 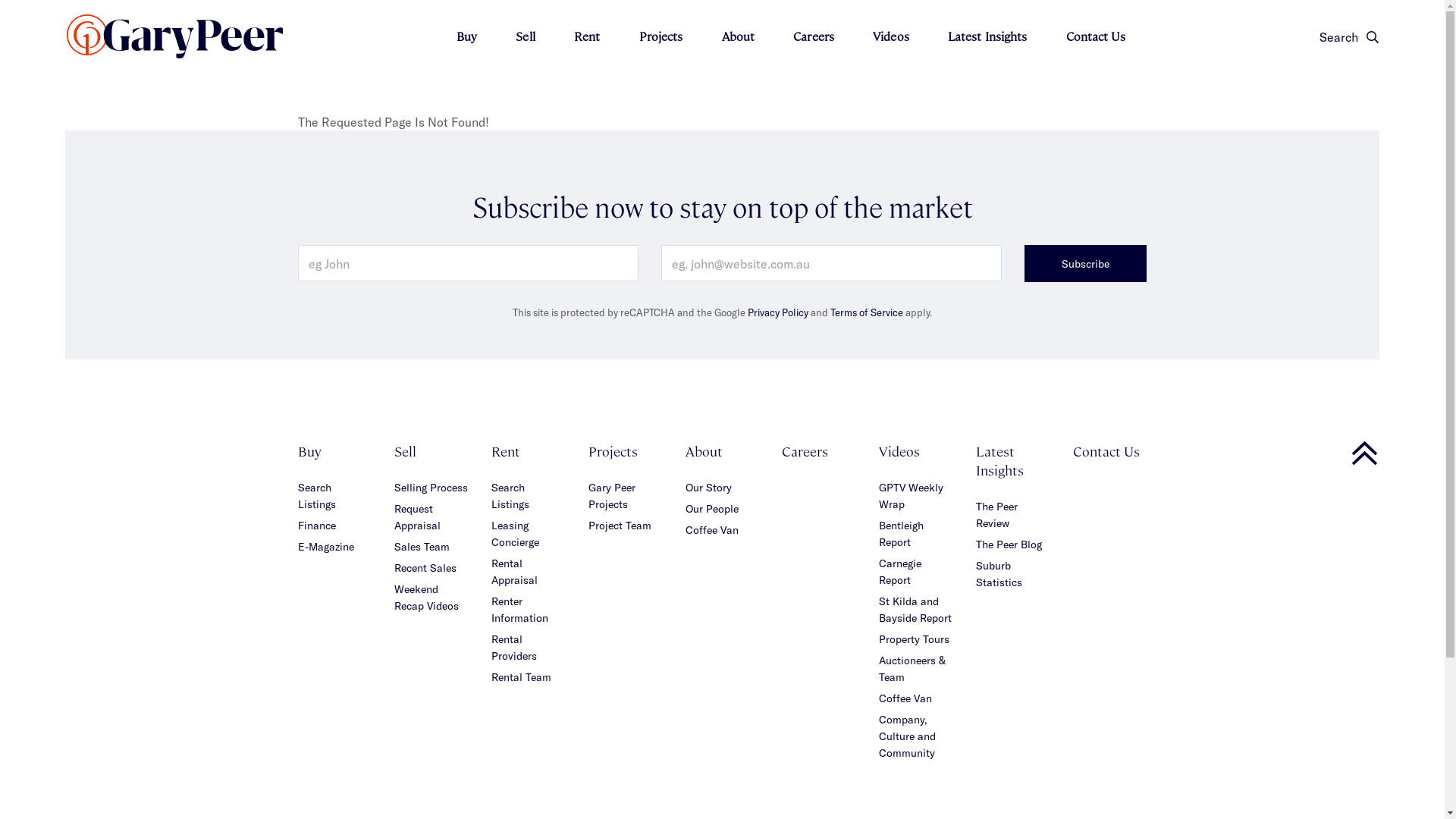 What do you see at coordinates (996, 513) in the screenshot?
I see `'The Peer Review'` at bounding box center [996, 513].